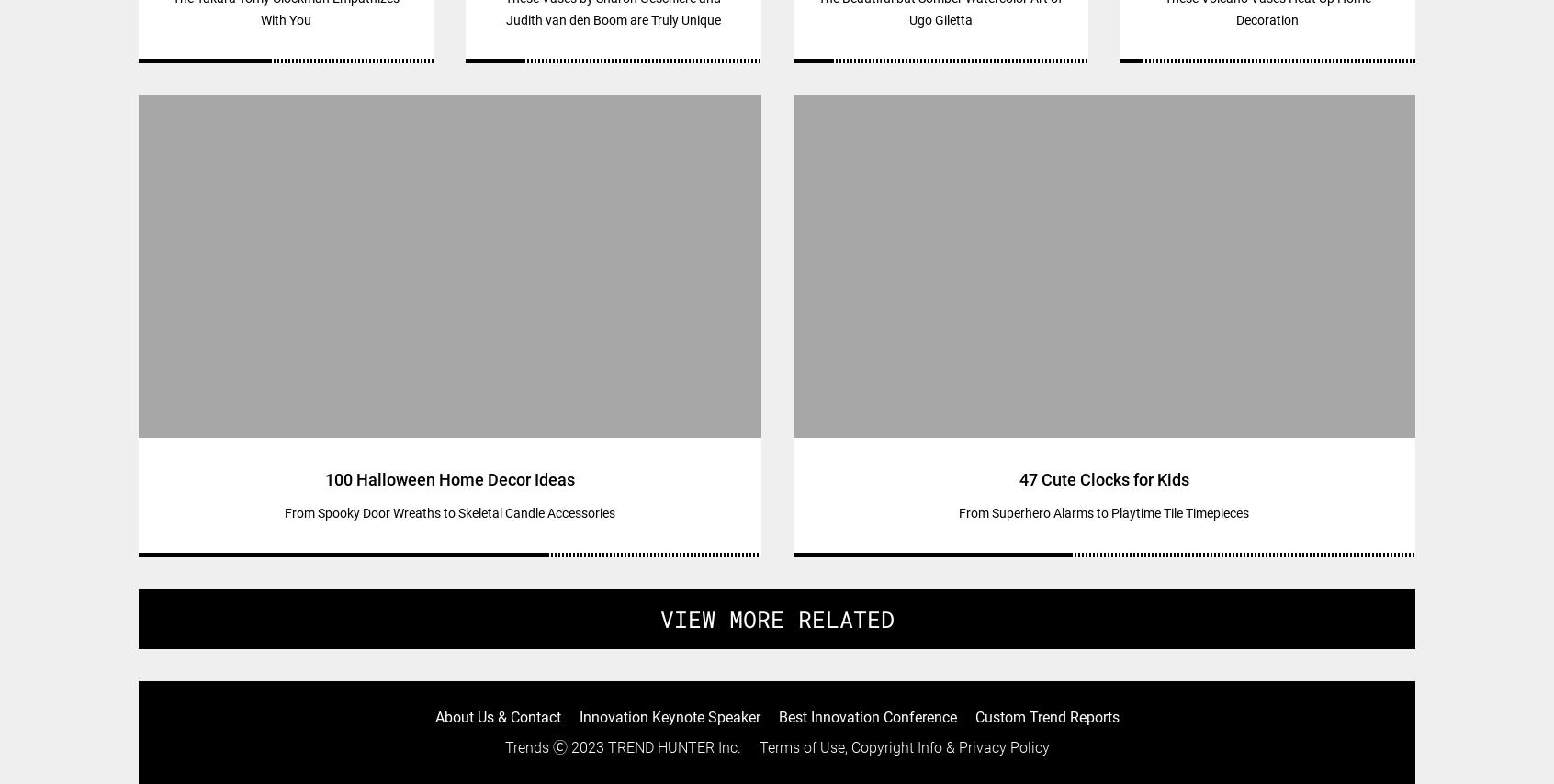 Image resolution: width=1554 pixels, height=784 pixels. Describe the element at coordinates (1103, 479) in the screenshot. I see `'47 Cute Clocks for Kids'` at that location.